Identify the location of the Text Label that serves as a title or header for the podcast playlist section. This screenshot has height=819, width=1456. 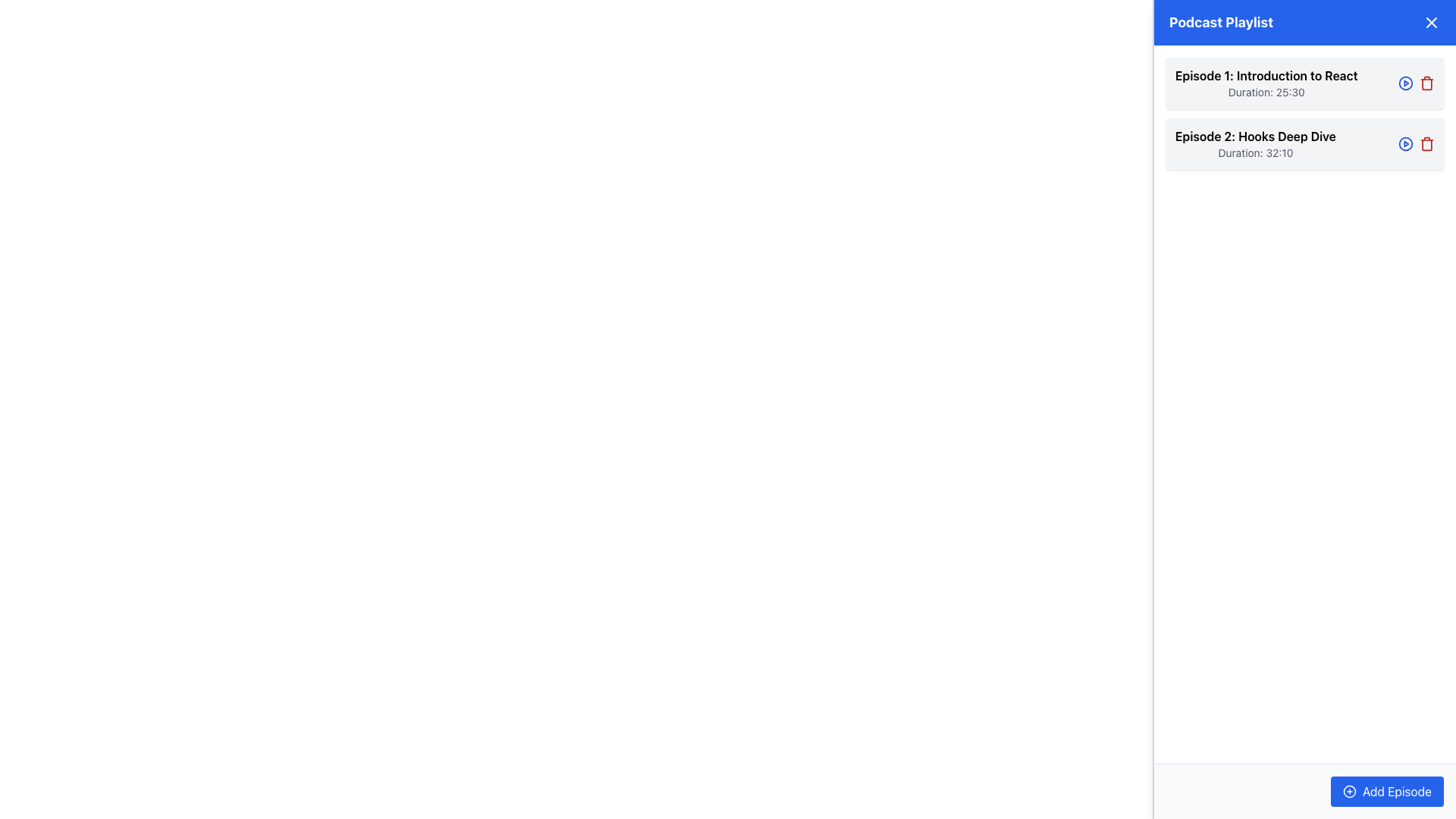
(1221, 23).